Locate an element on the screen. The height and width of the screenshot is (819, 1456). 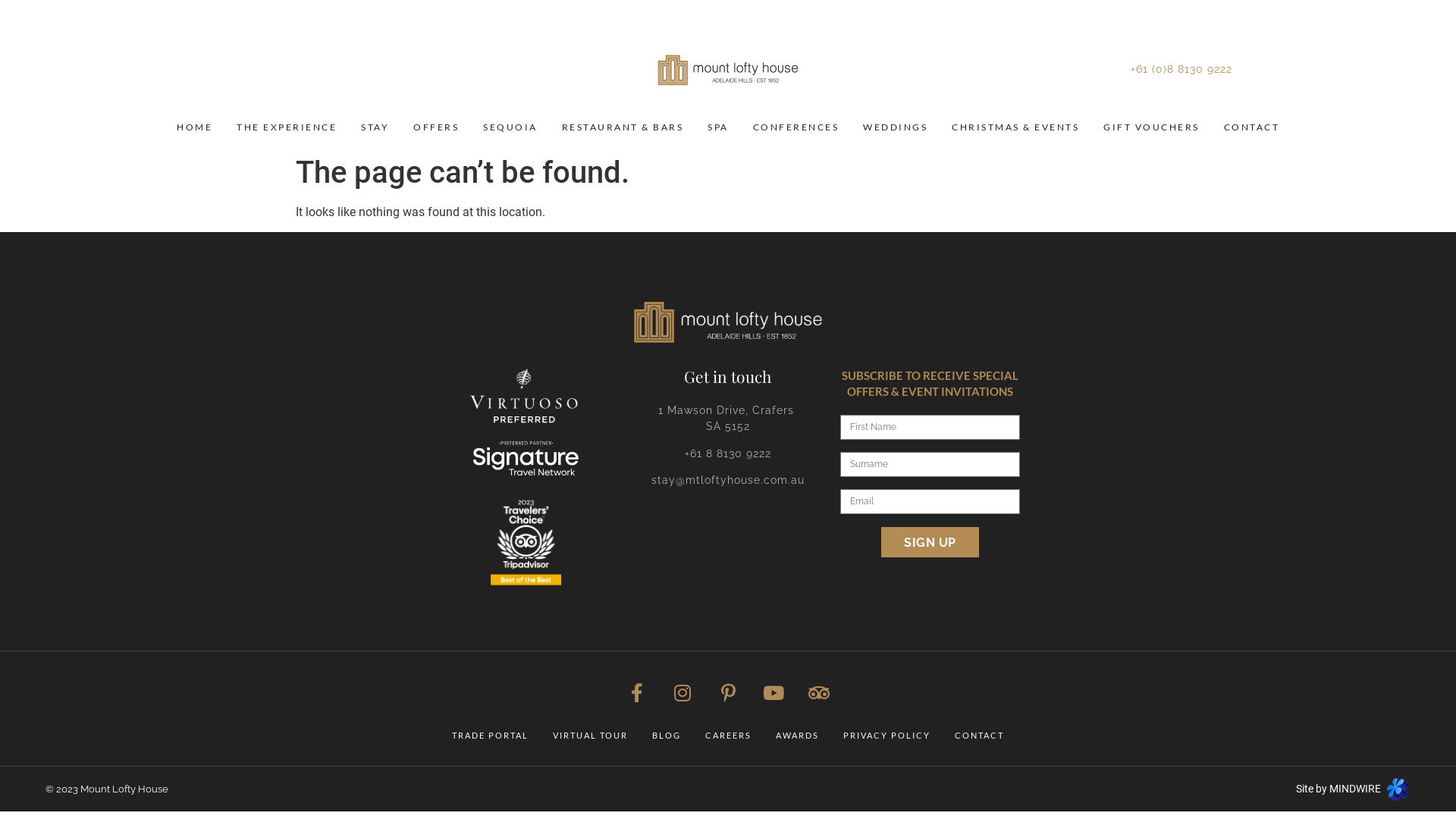
'CAREERS' is located at coordinates (704, 734).